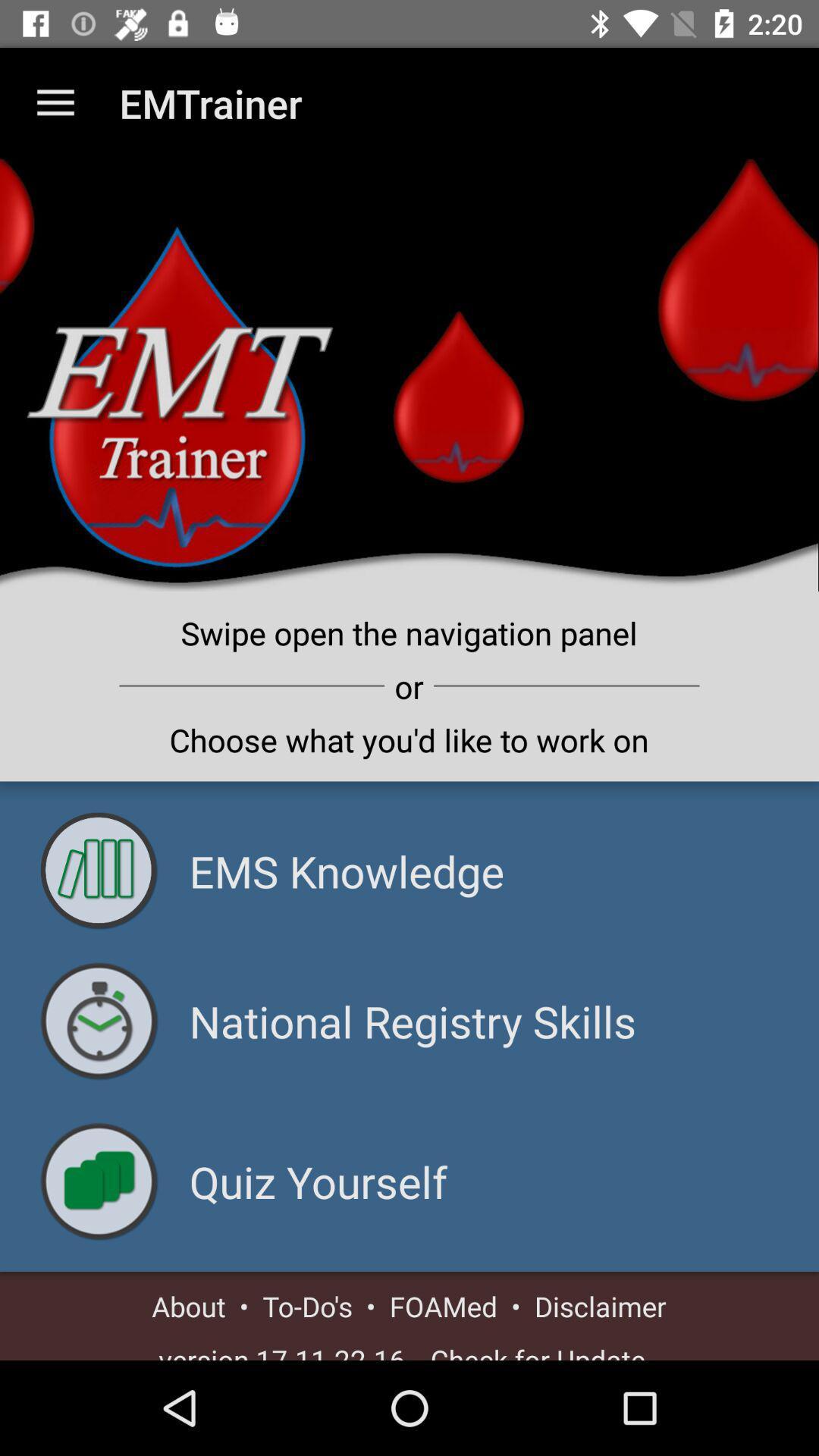  What do you see at coordinates (444, 1305) in the screenshot?
I see `the foamed item` at bounding box center [444, 1305].